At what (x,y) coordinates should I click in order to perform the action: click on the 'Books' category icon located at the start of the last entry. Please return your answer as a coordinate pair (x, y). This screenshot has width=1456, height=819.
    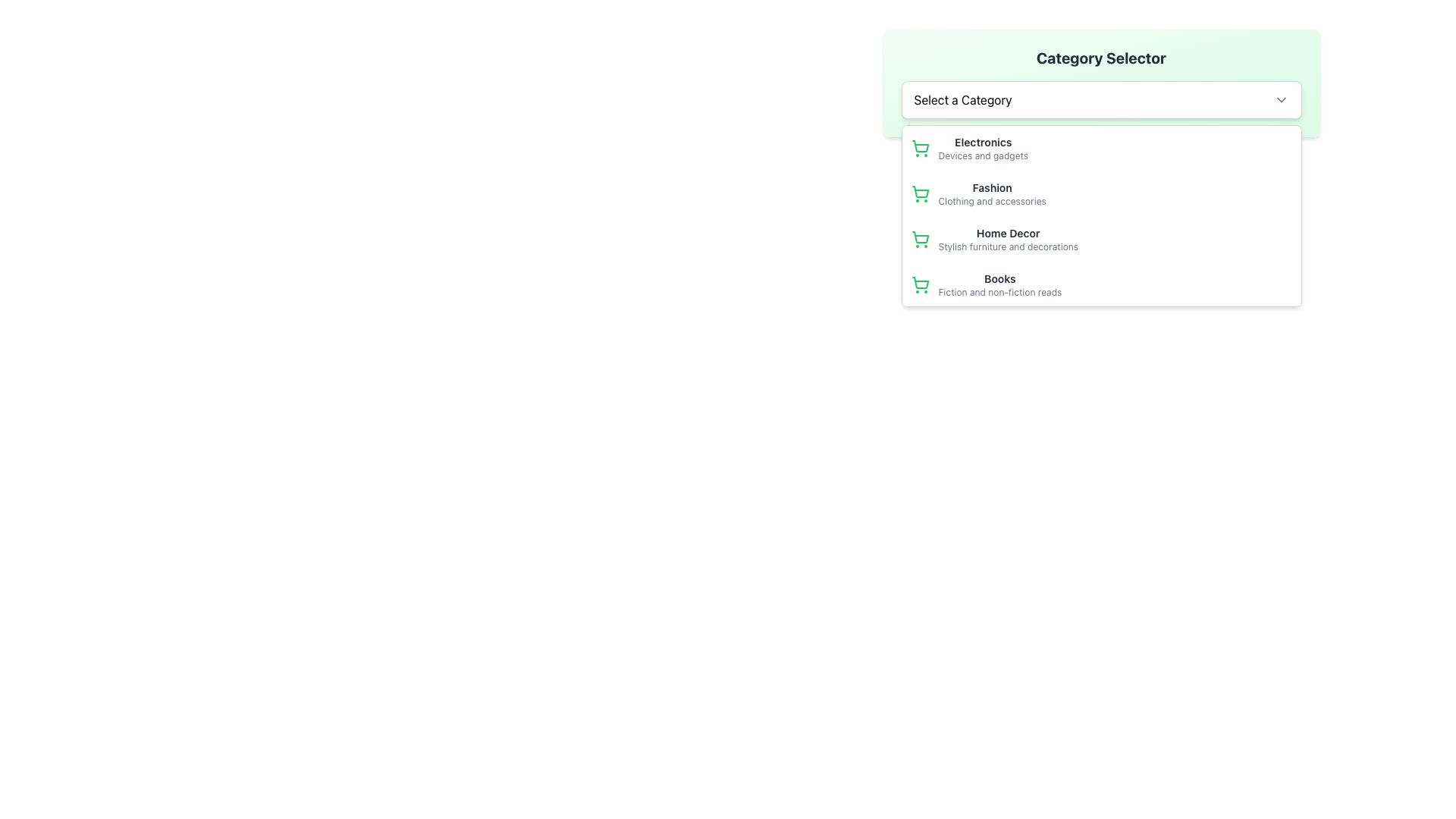
    Looking at the image, I should click on (919, 284).